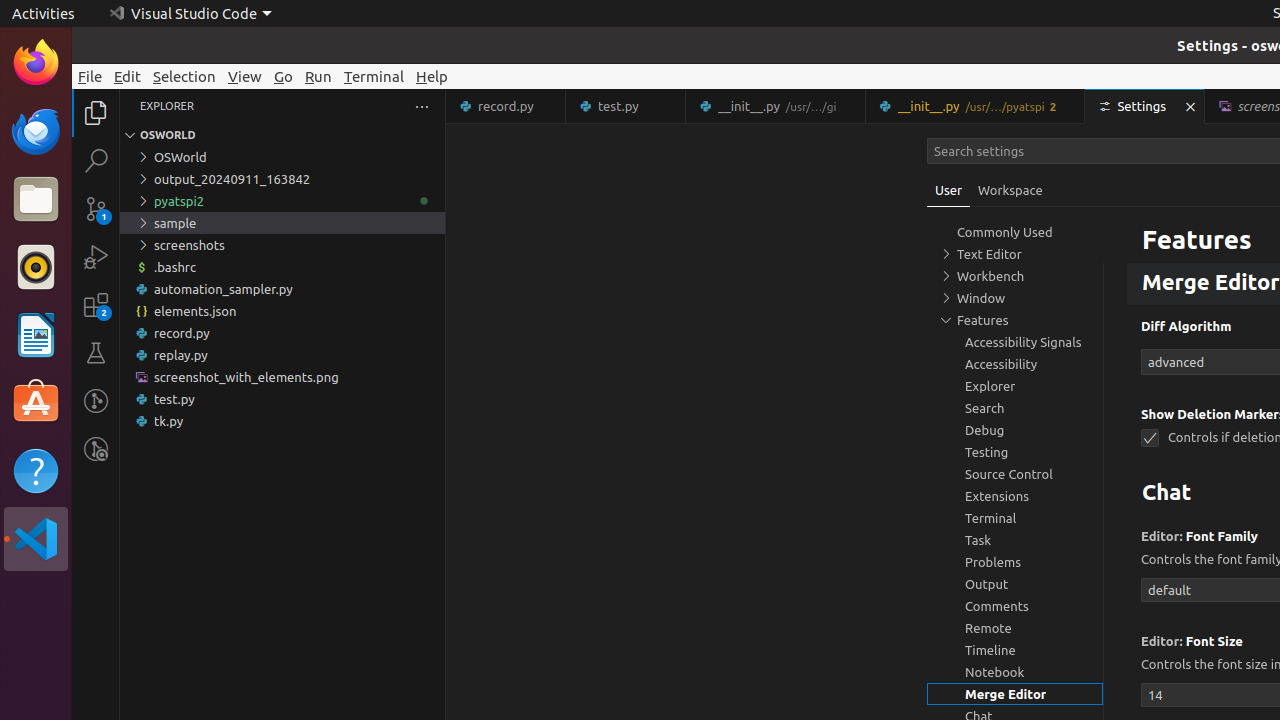  I want to click on 'sample', so click(281, 222).